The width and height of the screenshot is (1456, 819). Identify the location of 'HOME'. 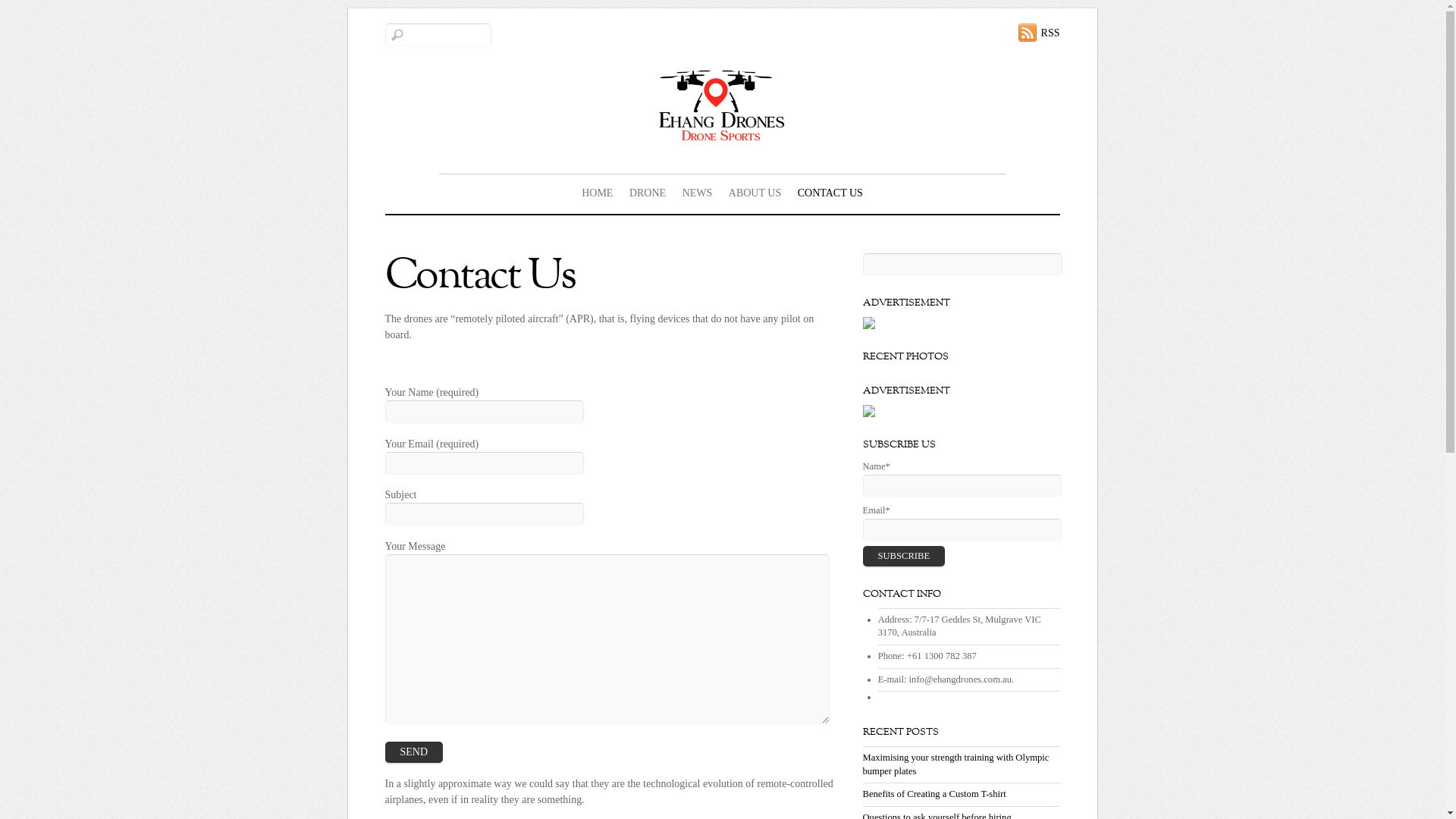
(596, 192).